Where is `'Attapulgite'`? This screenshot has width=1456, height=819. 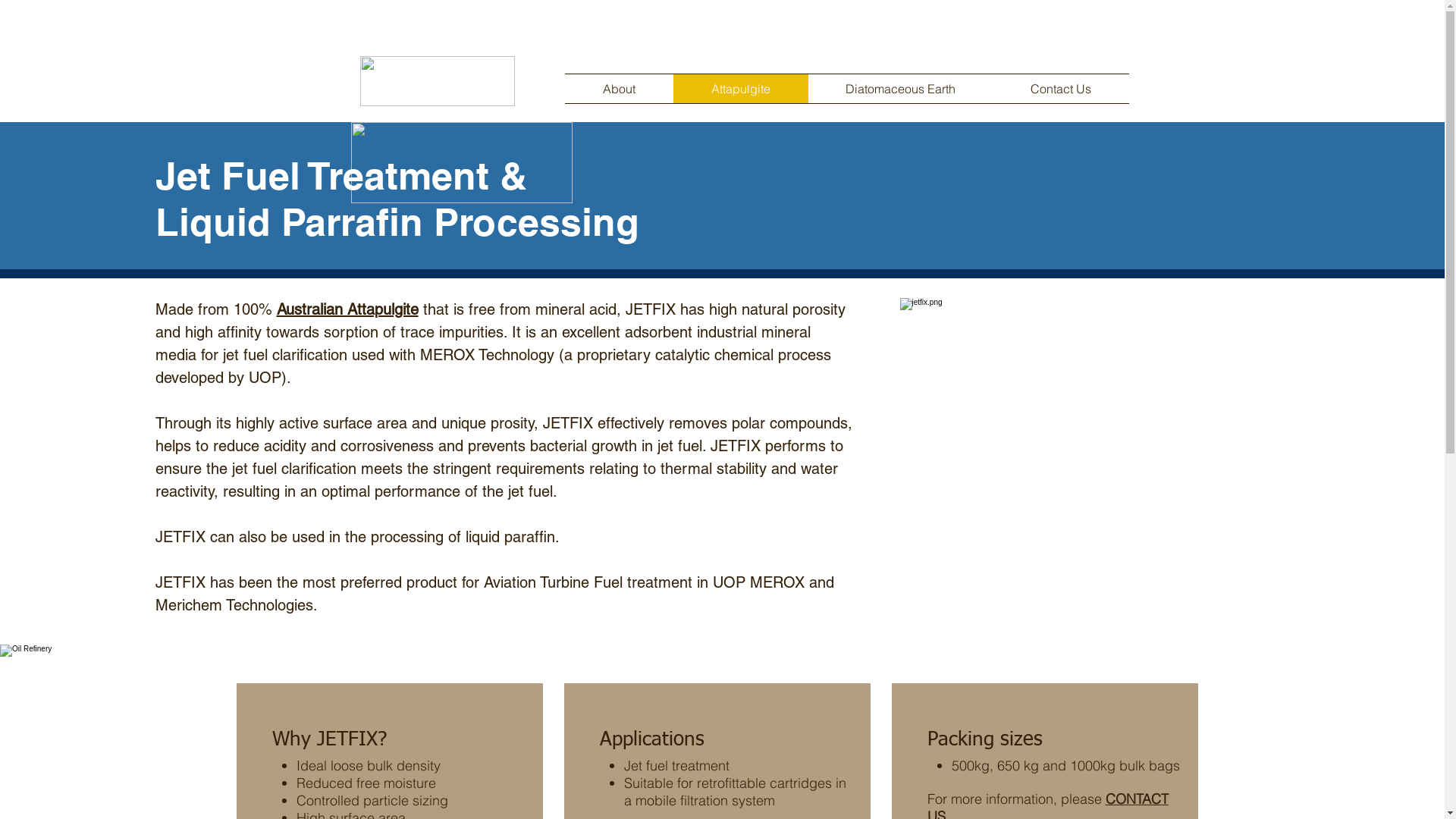
'Attapulgite' is located at coordinates (673, 88).